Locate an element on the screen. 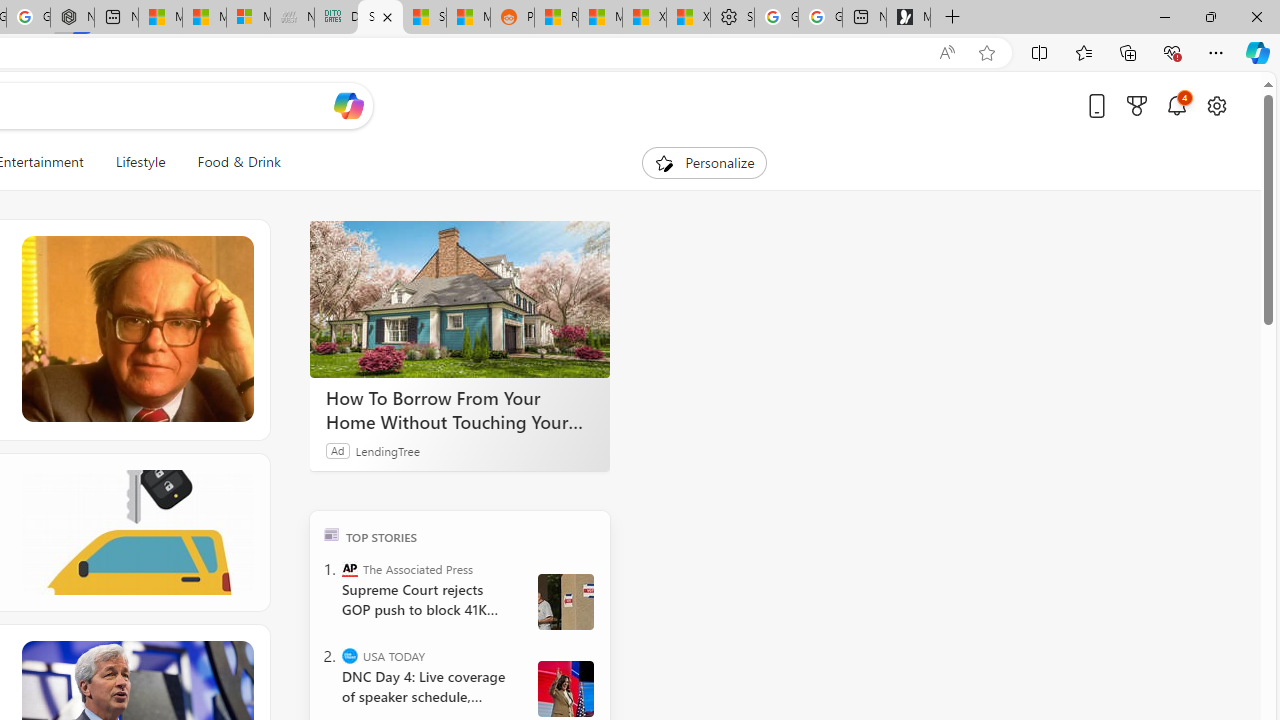 This screenshot has width=1280, height=720. 'Microsoft rewards' is located at coordinates (1137, 105).